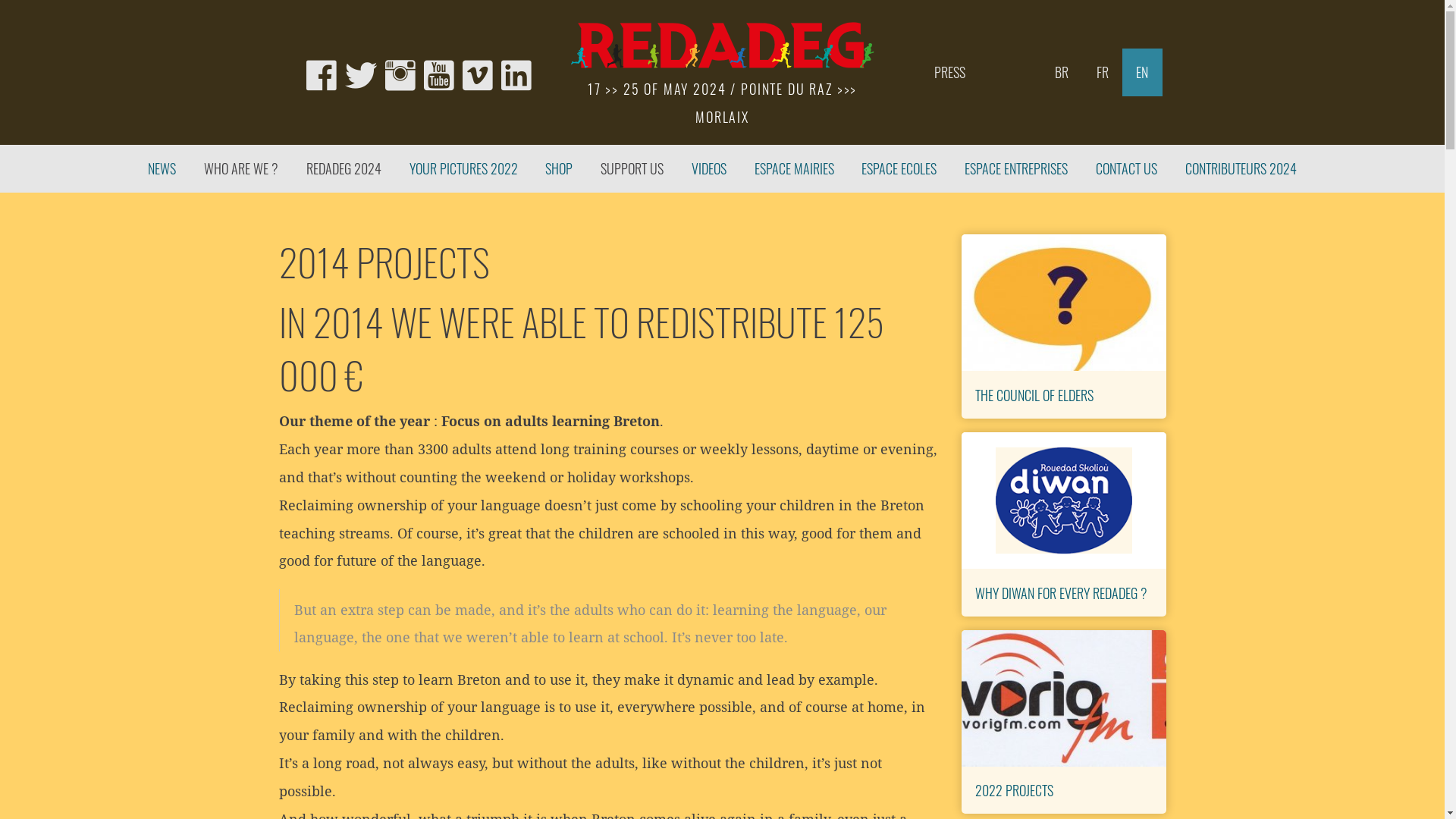 This screenshot has height=819, width=1456. What do you see at coordinates (1127, 168) in the screenshot?
I see `'CONTACT US'` at bounding box center [1127, 168].